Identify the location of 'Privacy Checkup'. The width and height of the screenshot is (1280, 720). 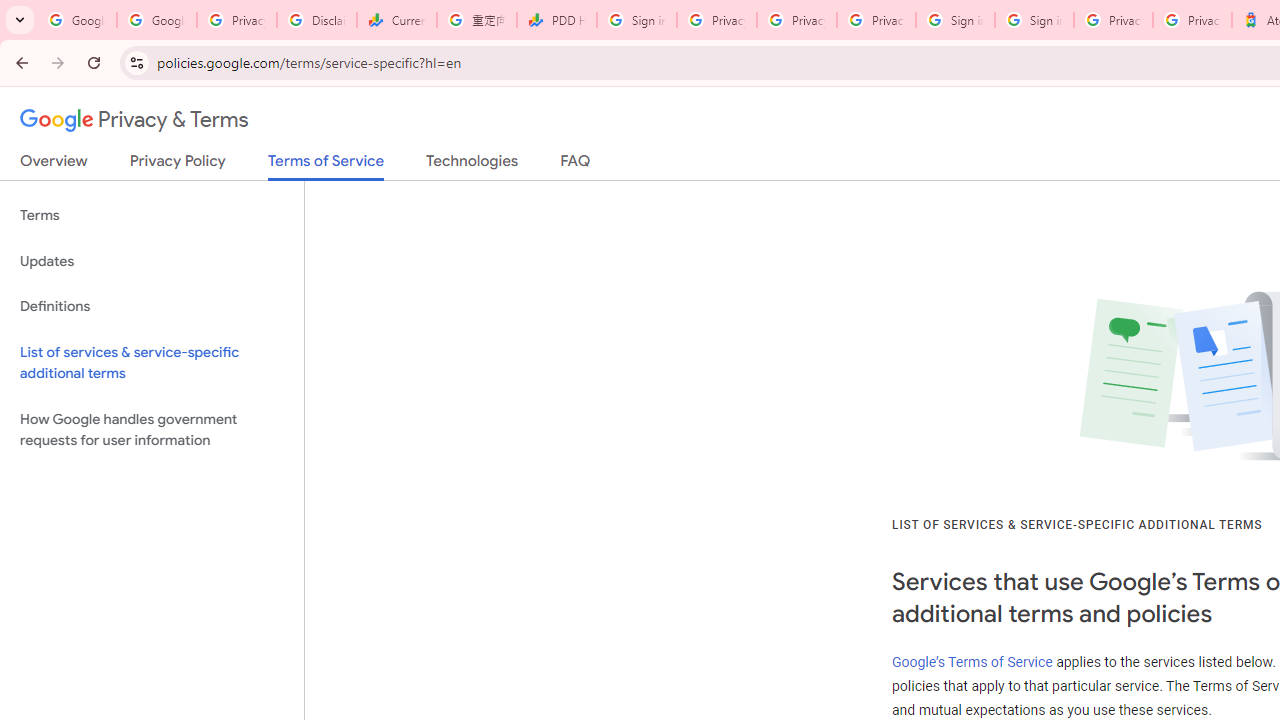
(795, 20).